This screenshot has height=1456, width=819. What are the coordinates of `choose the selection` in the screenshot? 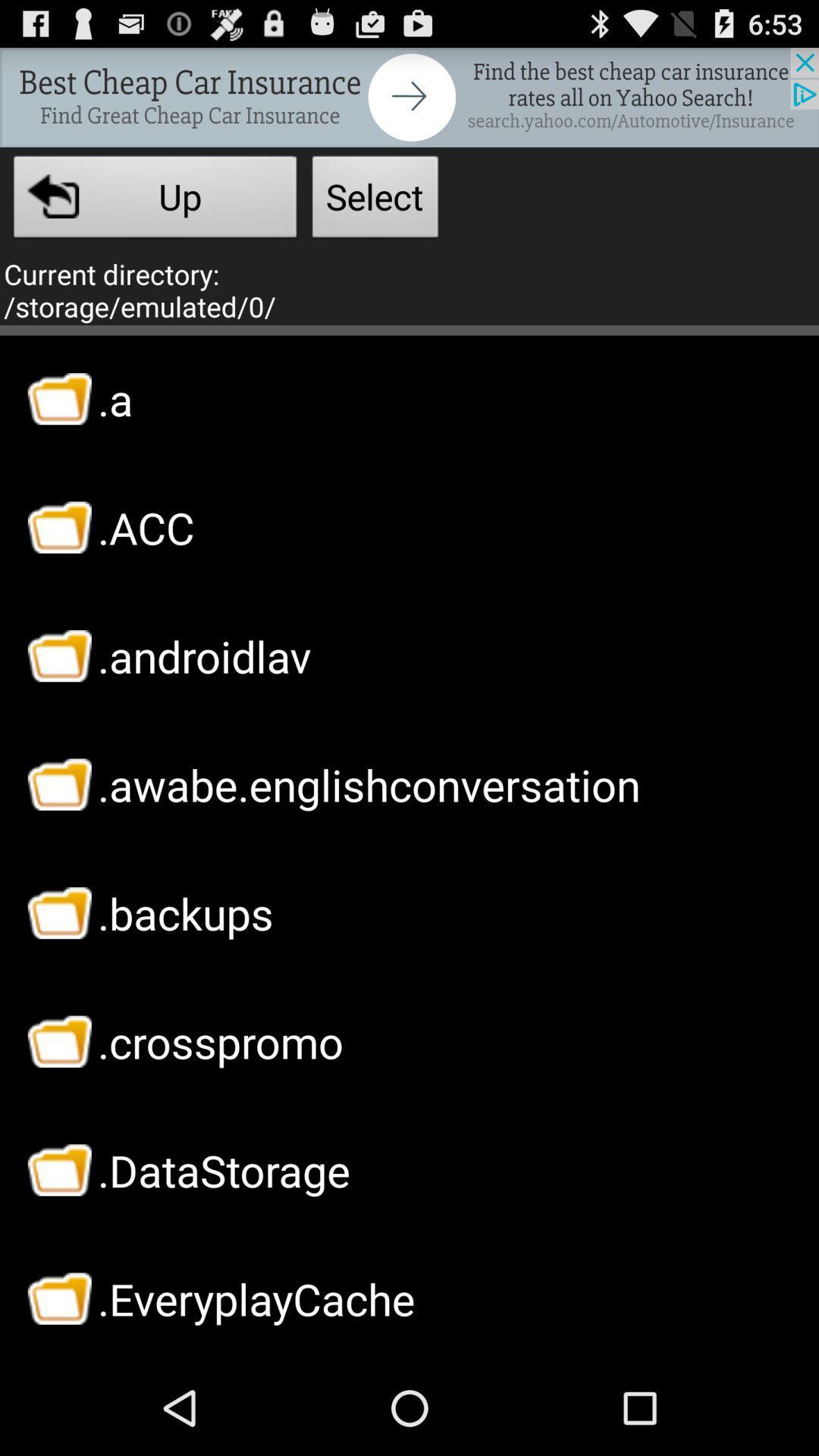 It's located at (409, 96).